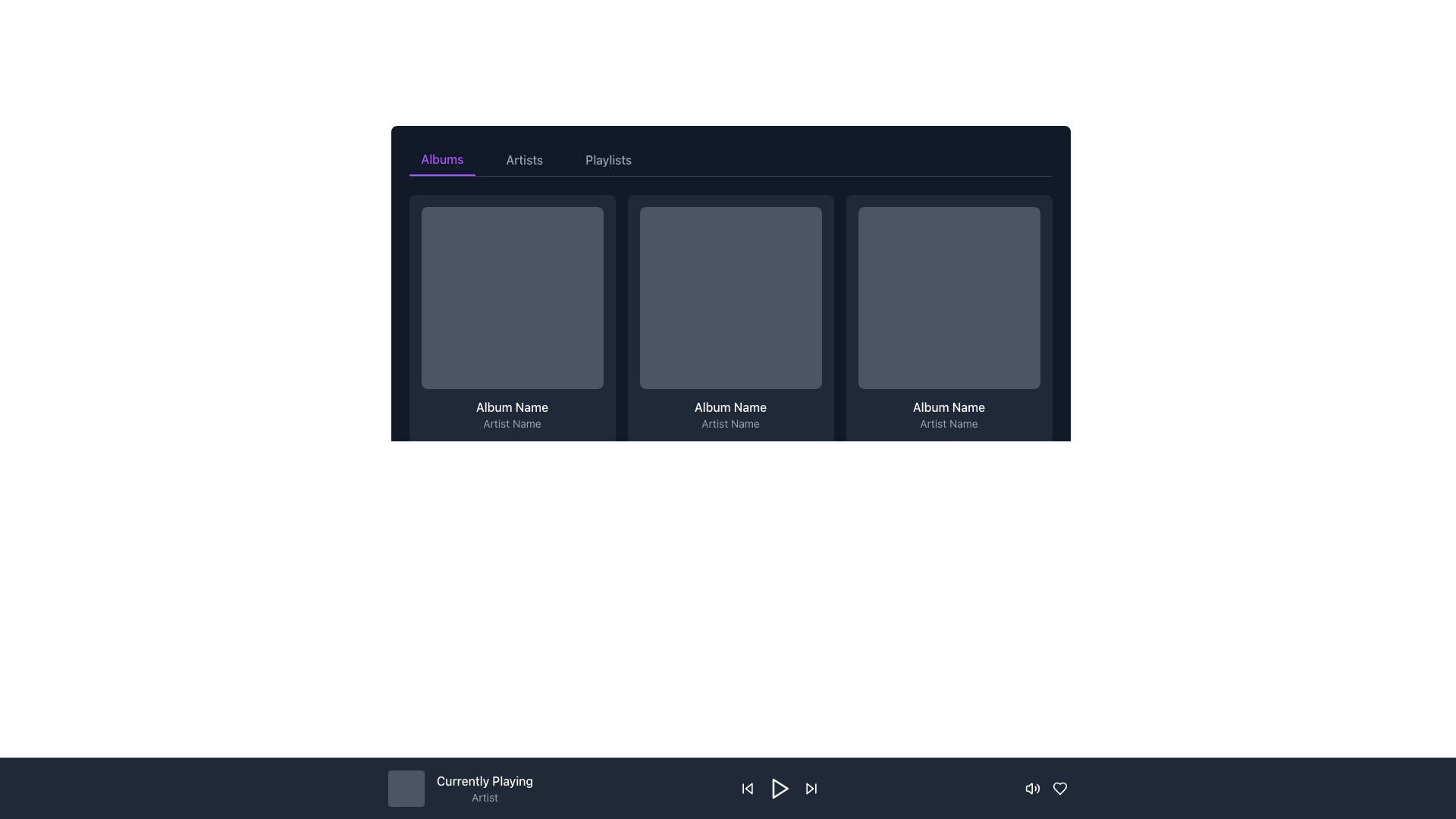 This screenshot has height=819, width=1456. I want to click on the Artists tab button, which is the second item in a horizontal list of tabs located at the top of the content section, positioned between the Albums and Playlists tabs, so click(524, 160).